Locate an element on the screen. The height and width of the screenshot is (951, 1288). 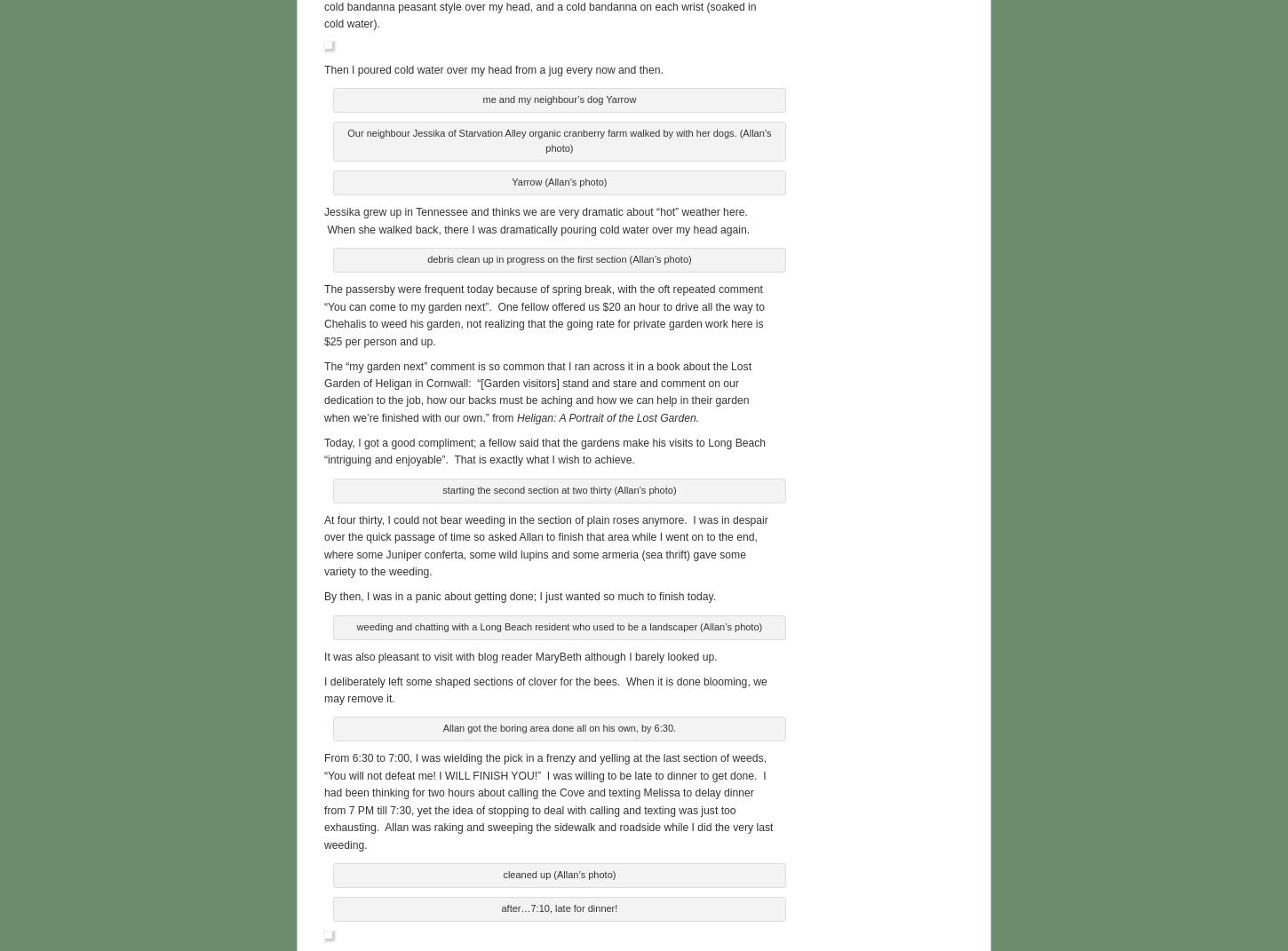
'At four thirty, I could not bear weeding in the section of plain roses anymore.  I was in despair over the quick passage of time so asked Allan to finish that area while I went on to the end, where some Juniper conferta, some wild lupins and some armeria (sea thrift) gave some variety to the weeding.' is located at coordinates (545, 543).